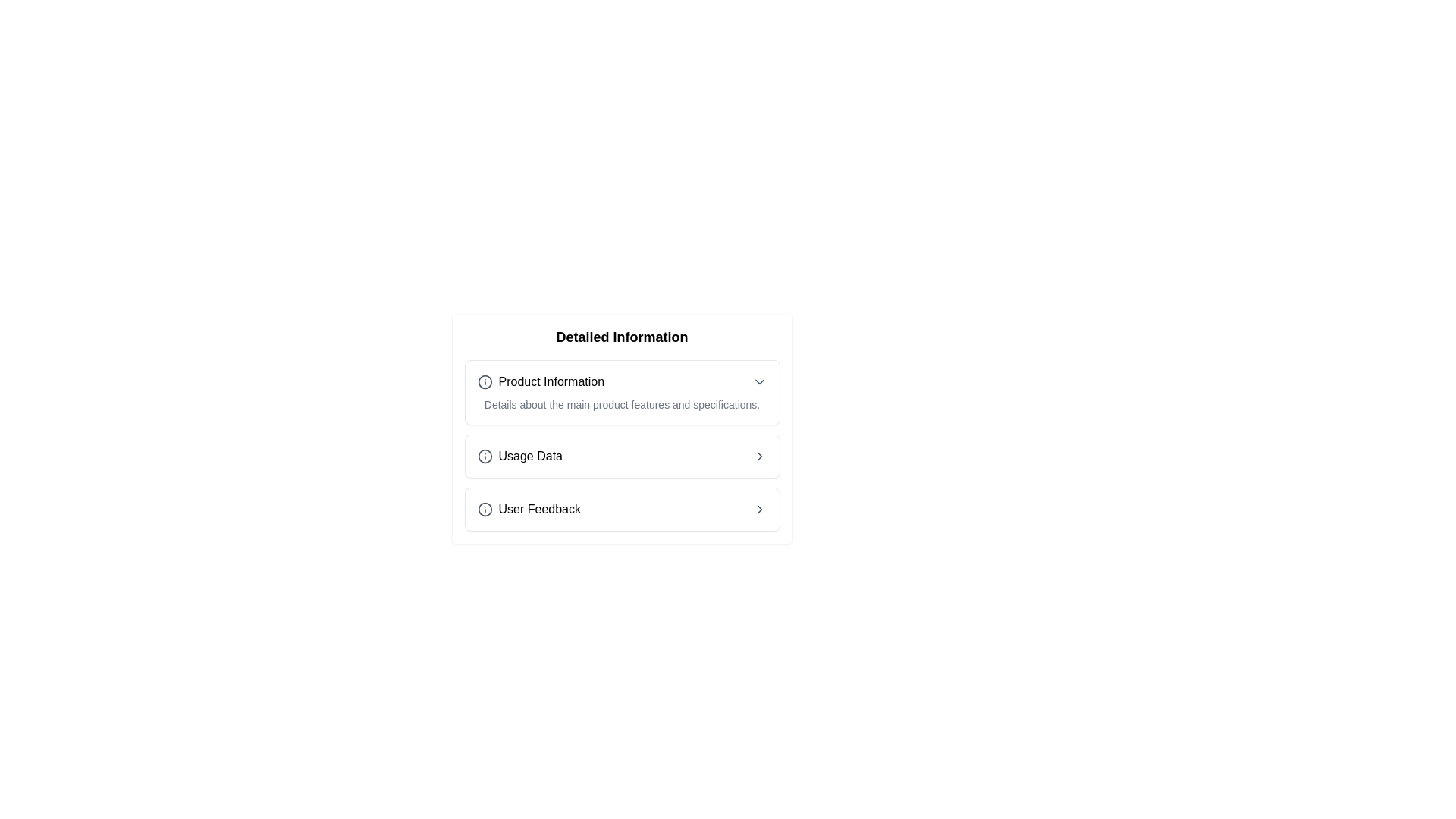 The image size is (1456, 819). I want to click on the collapsible panel titled 'Product Information' to interact with it, so click(622, 391).